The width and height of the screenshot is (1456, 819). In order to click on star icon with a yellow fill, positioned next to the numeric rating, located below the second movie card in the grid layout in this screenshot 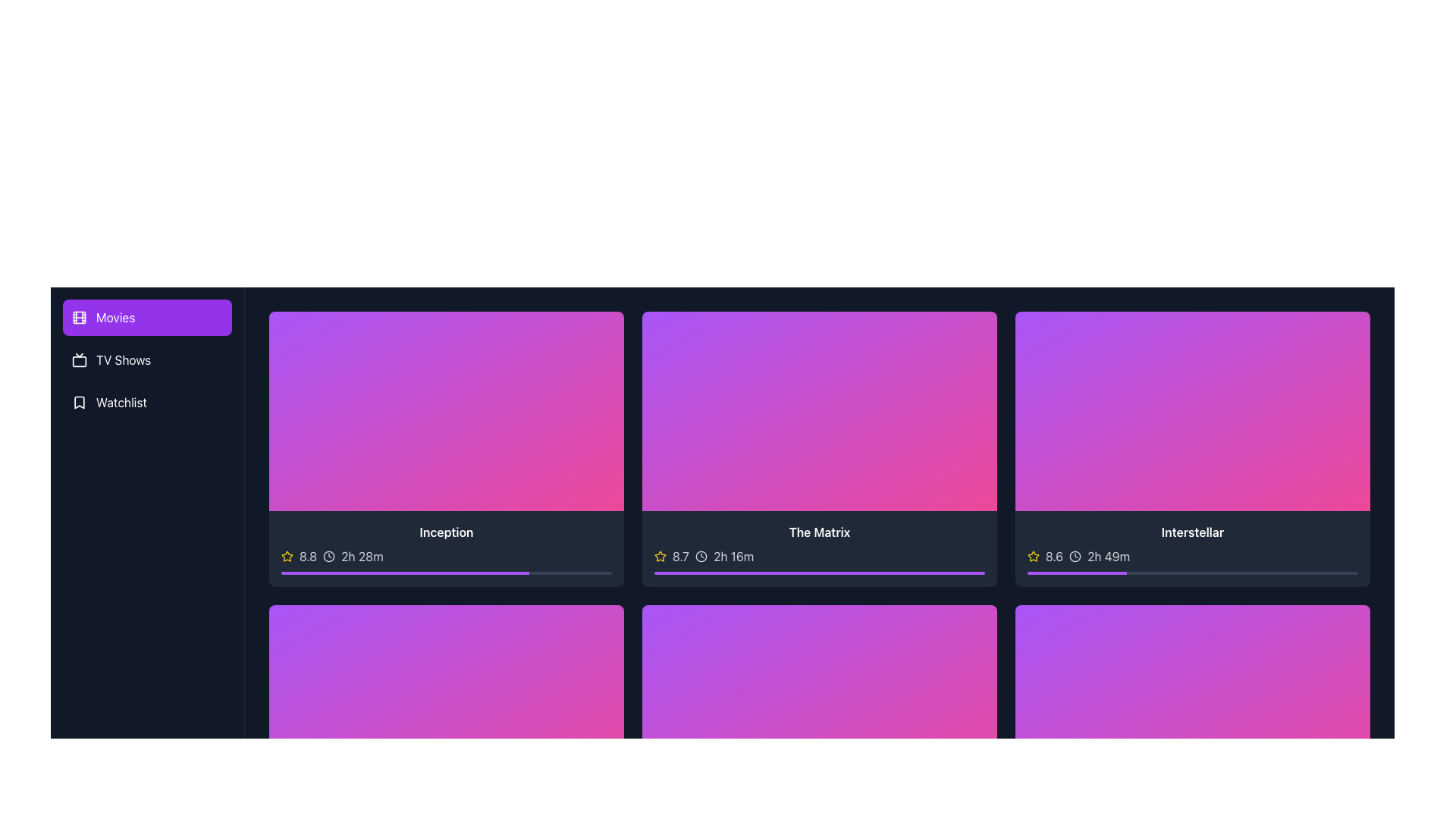, I will do `click(660, 556)`.